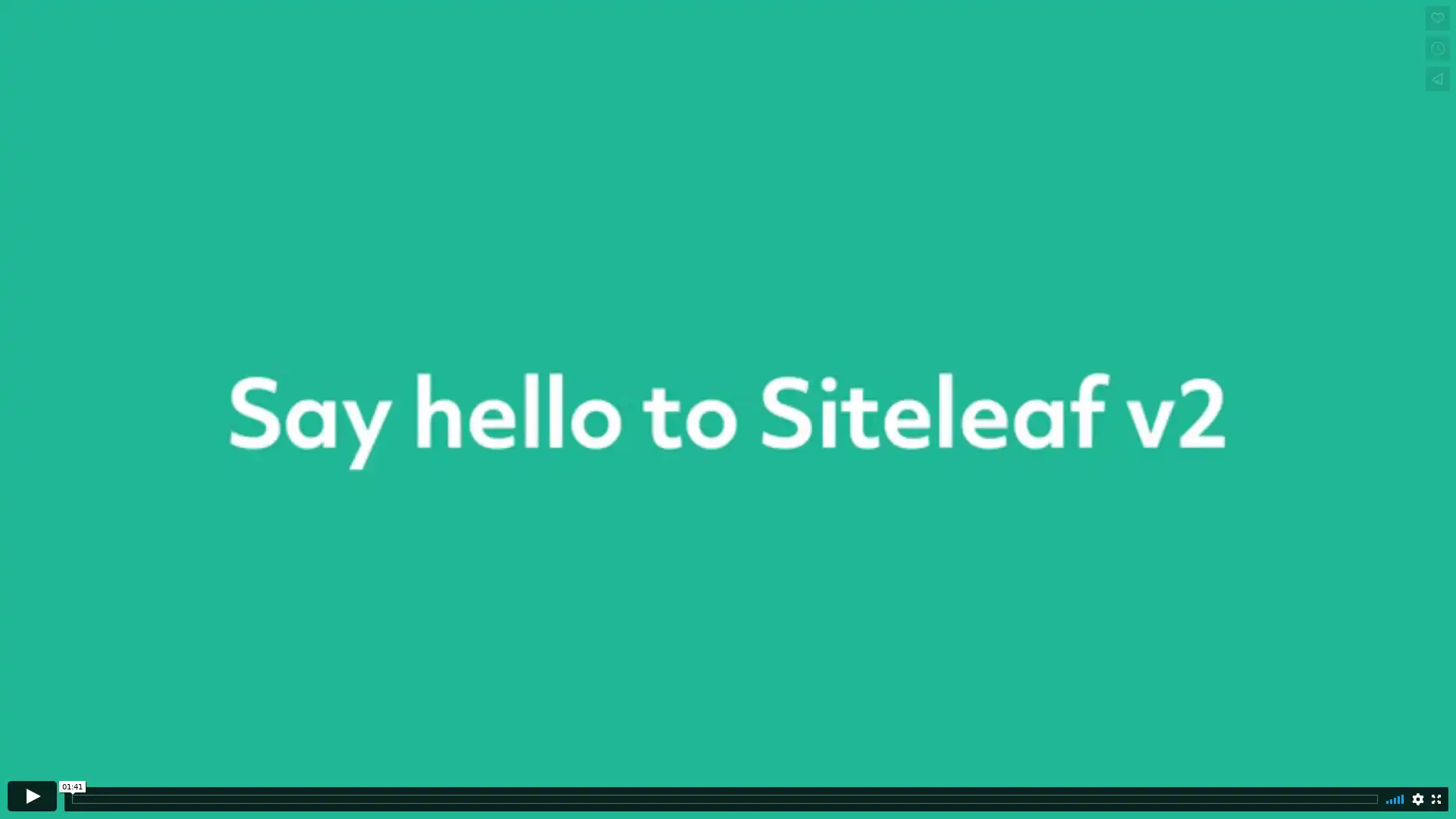  Describe the element at coordinates (1437, 79) in the screenshot. I see `Share` at that location.